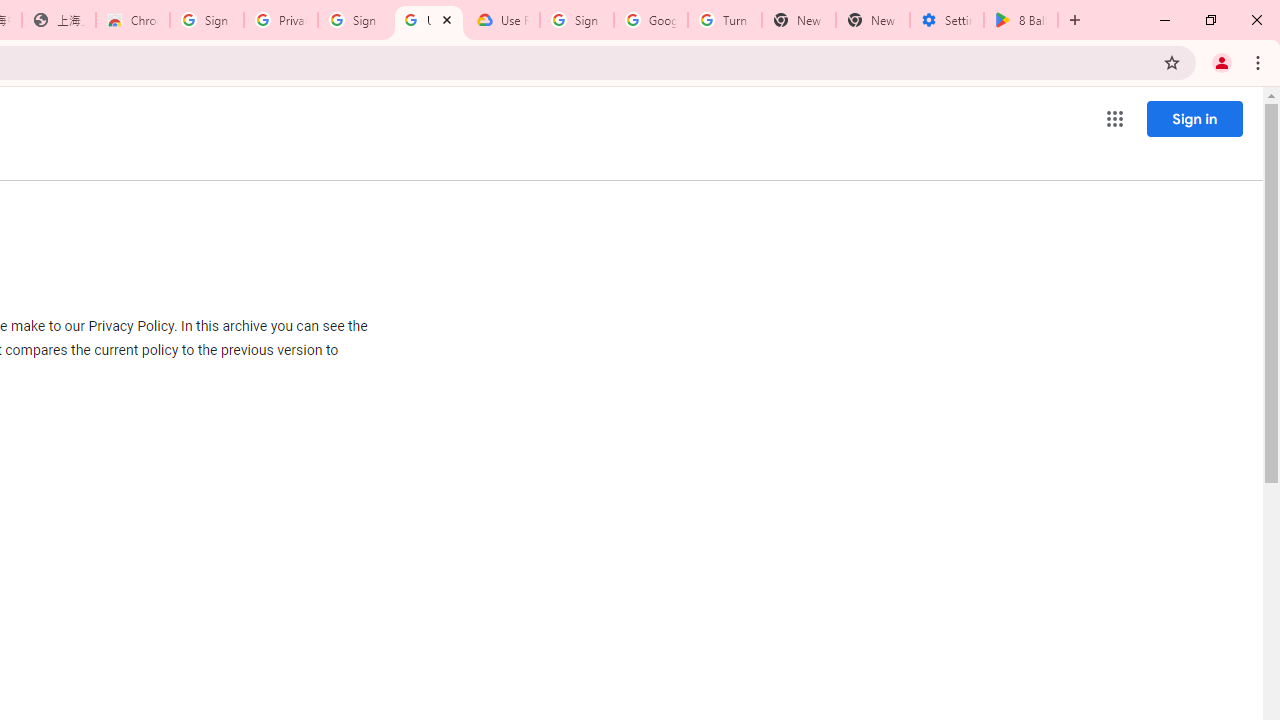 This screenshot has height=720, width=1280. Describe the element at coordinates (723, 20) in the screenshot. I see `'Turn cookies on or off - Computer - Google Account Help'` at that location.